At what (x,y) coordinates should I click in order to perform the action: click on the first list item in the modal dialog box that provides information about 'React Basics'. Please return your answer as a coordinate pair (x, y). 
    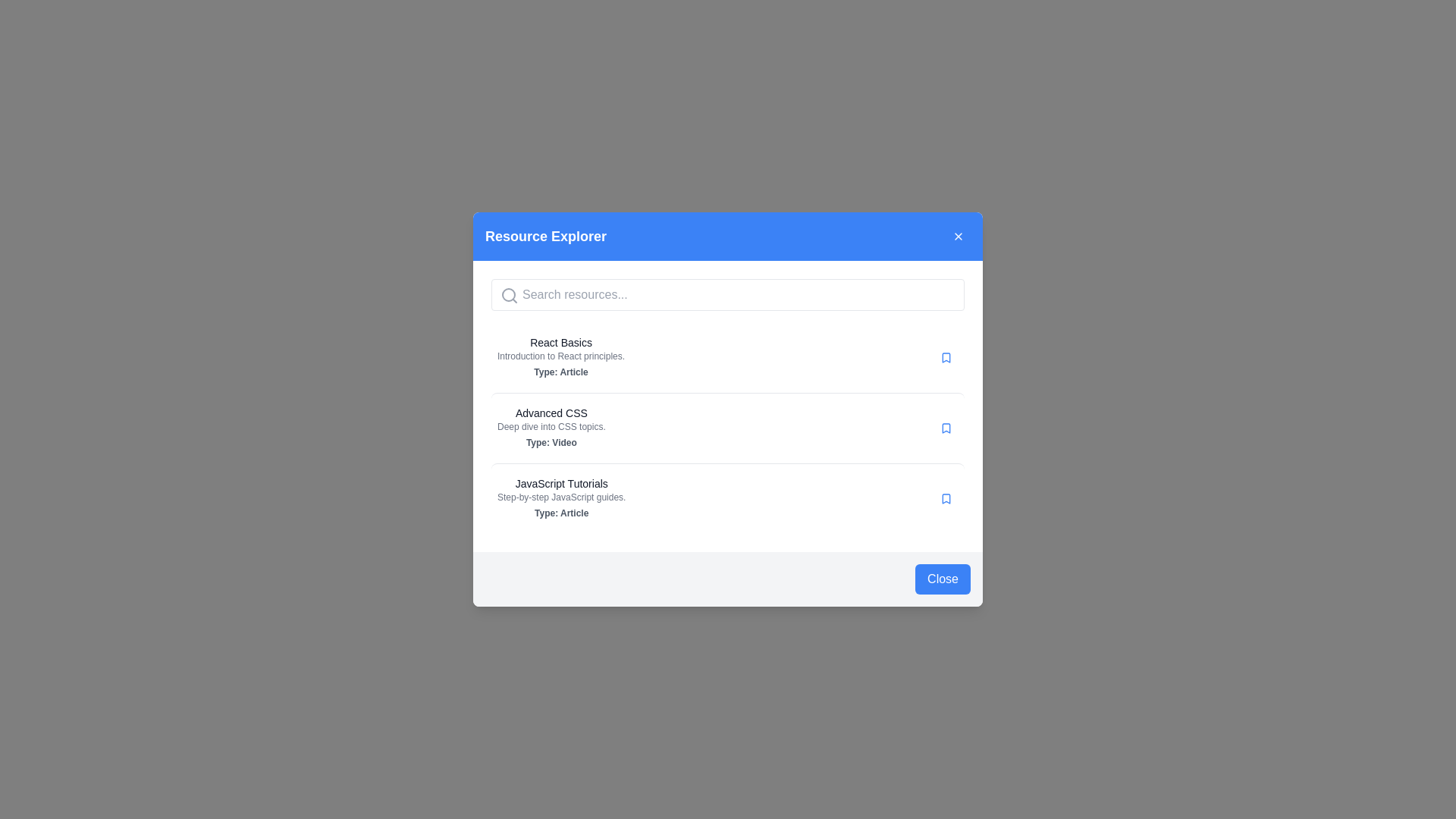
    Looking at the image, I should click on (728, 357).